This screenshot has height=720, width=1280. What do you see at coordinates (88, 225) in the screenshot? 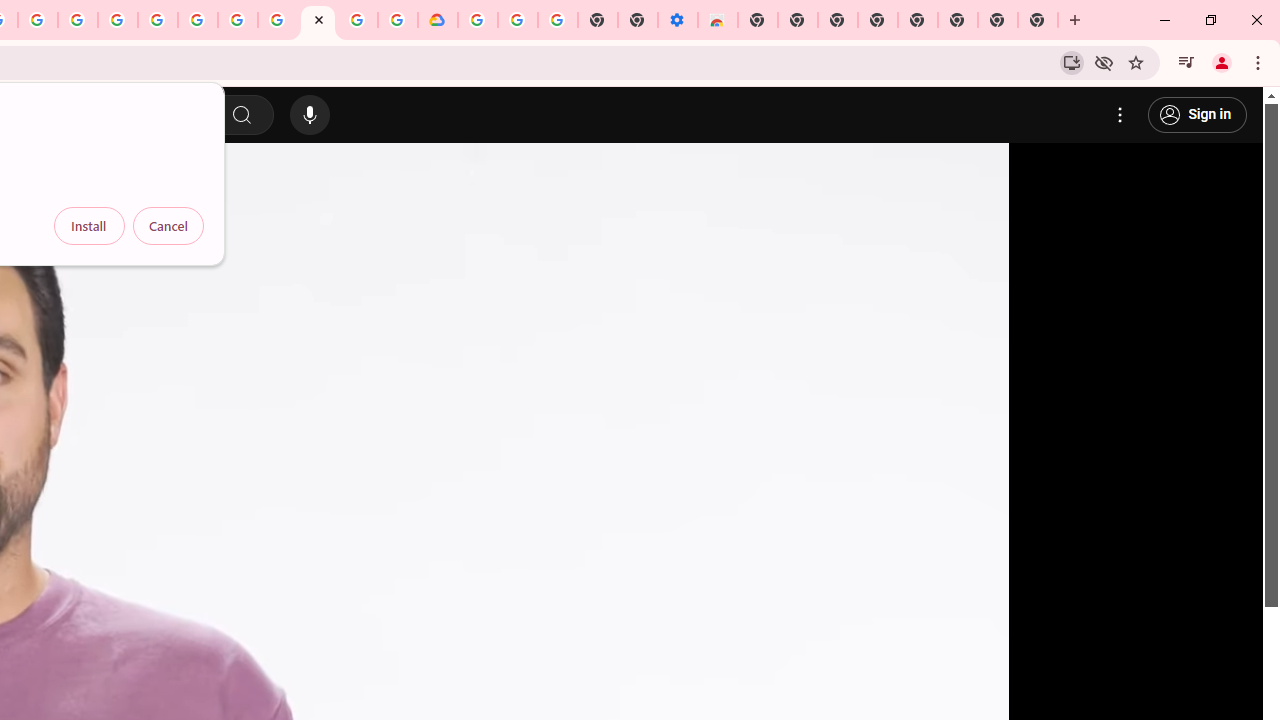
I see `'Install'` at bounding box center [88, 225].